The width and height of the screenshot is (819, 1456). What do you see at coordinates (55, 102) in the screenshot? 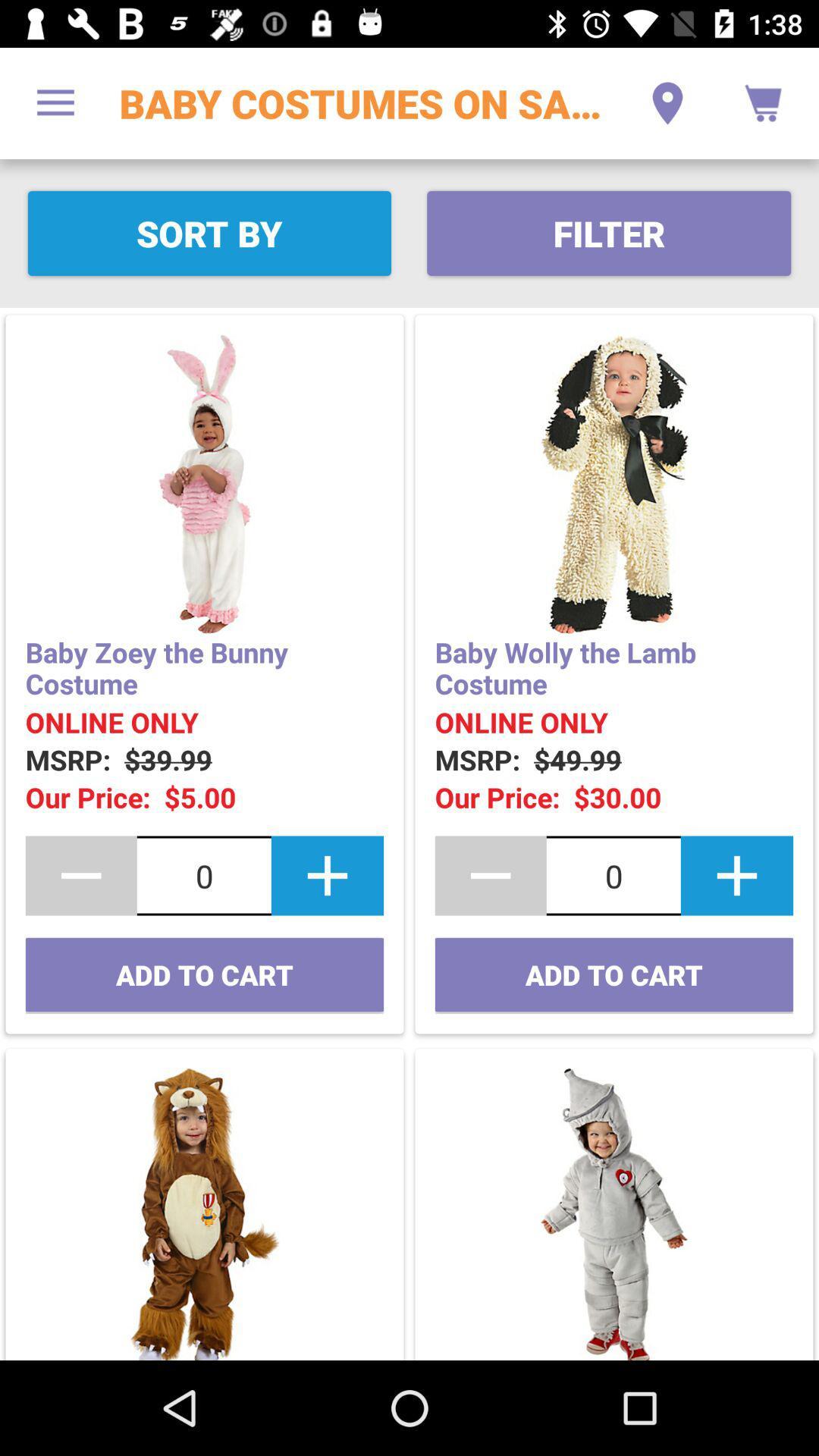
I see `icon to the left of the baby costumes on icon` at bounding box center [55, 102].